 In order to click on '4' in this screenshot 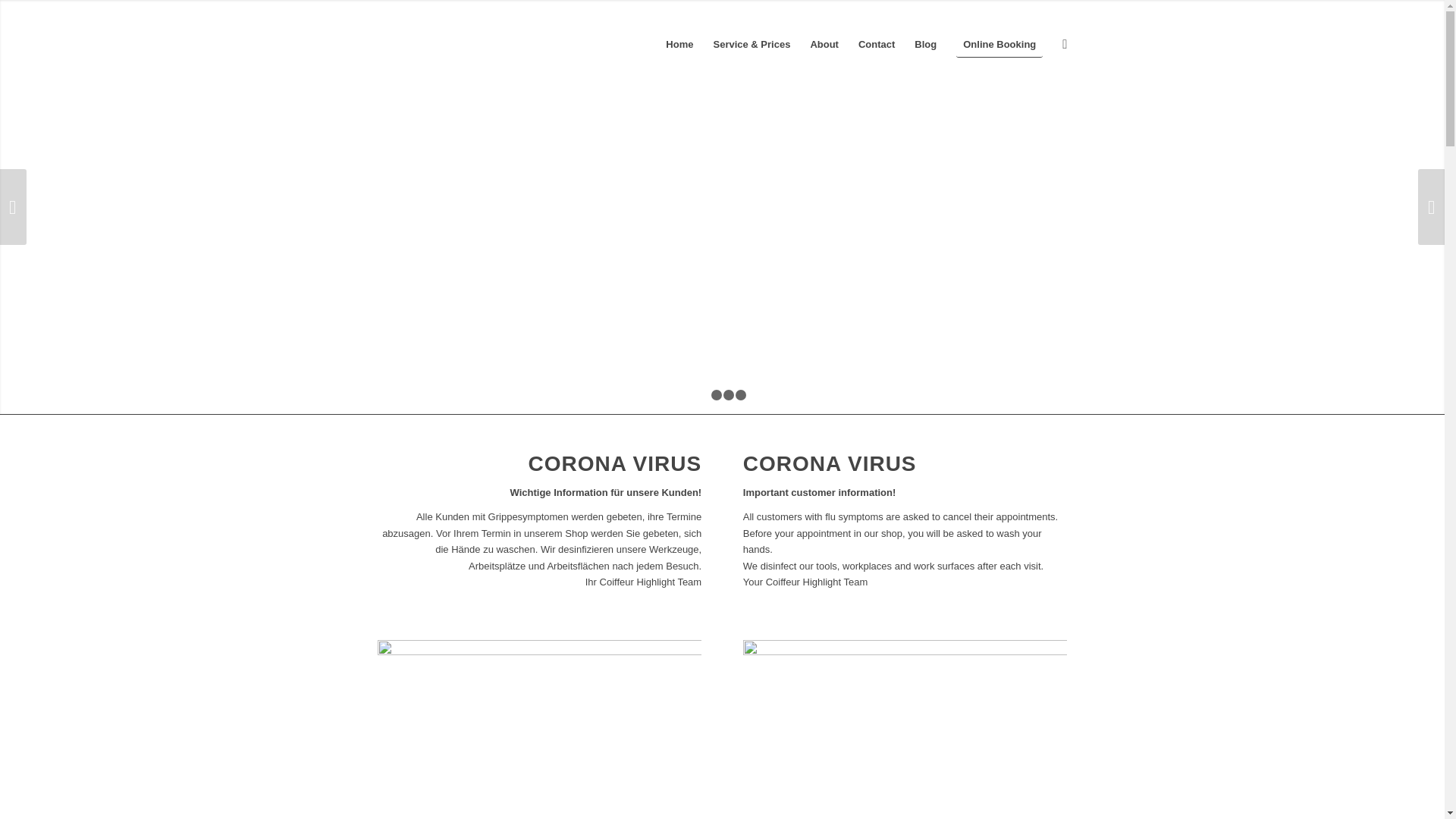, I will do `click(741, 394)`.